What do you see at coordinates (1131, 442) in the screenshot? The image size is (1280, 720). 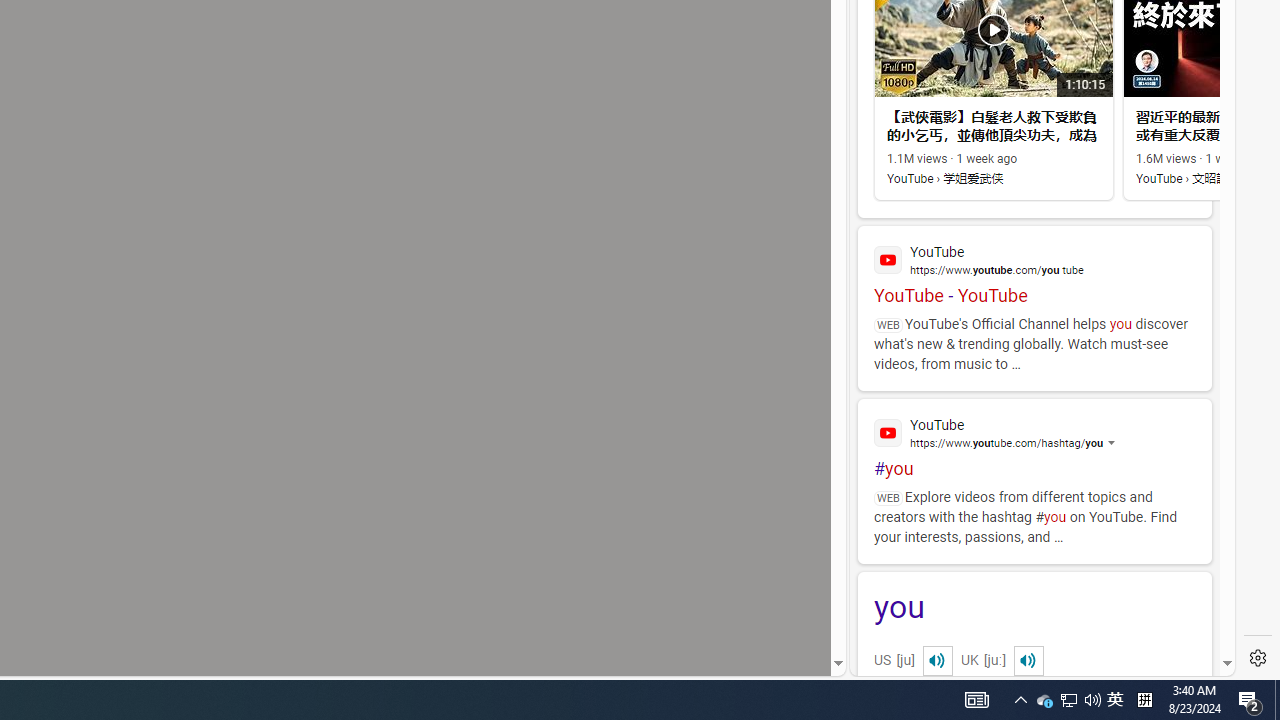 I see `'Actions for this site'` at bounding box center [1131, 442].